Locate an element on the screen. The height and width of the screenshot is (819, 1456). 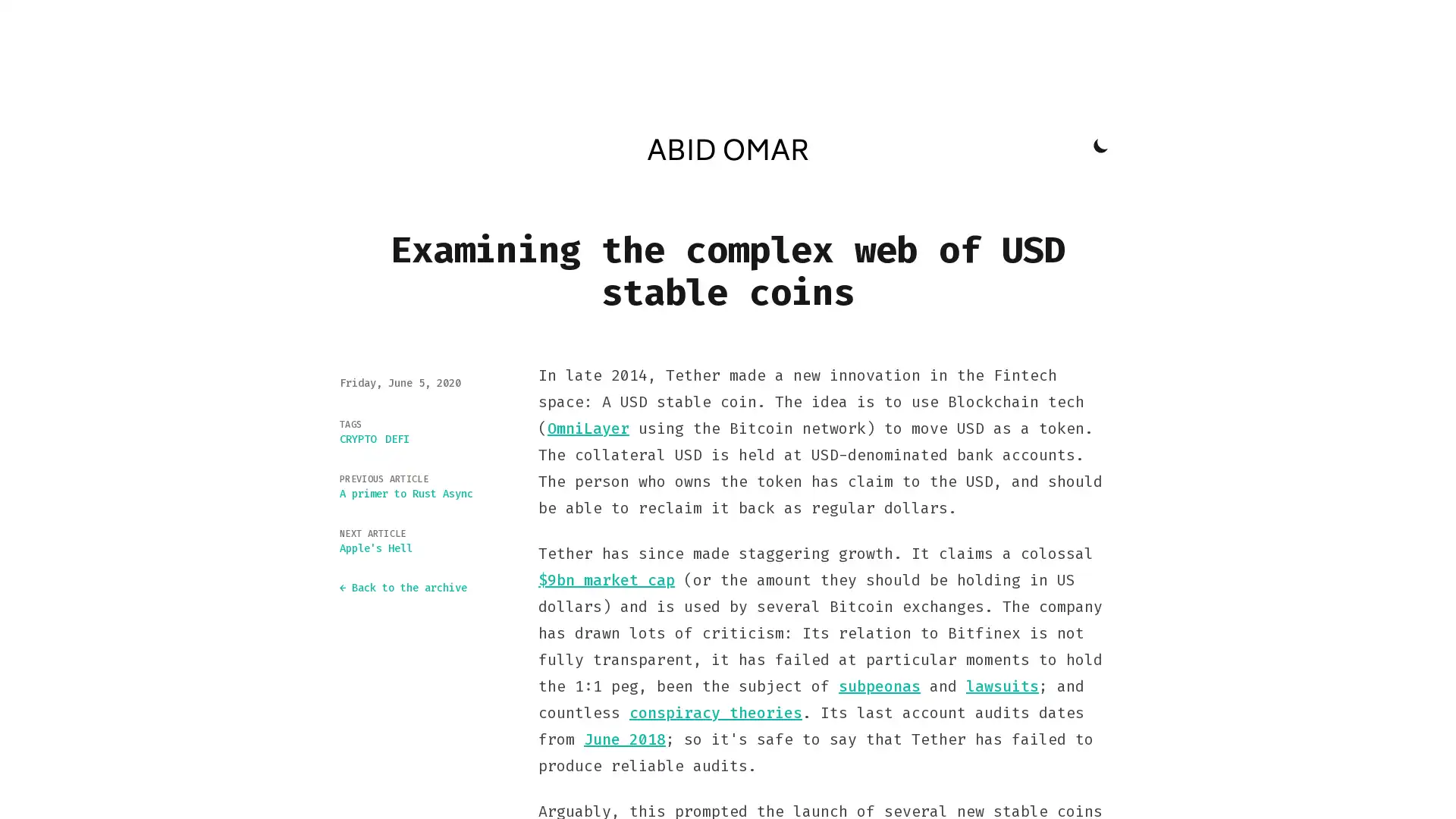
Toggle Dark Mode is located at coordinates (1100, 146).